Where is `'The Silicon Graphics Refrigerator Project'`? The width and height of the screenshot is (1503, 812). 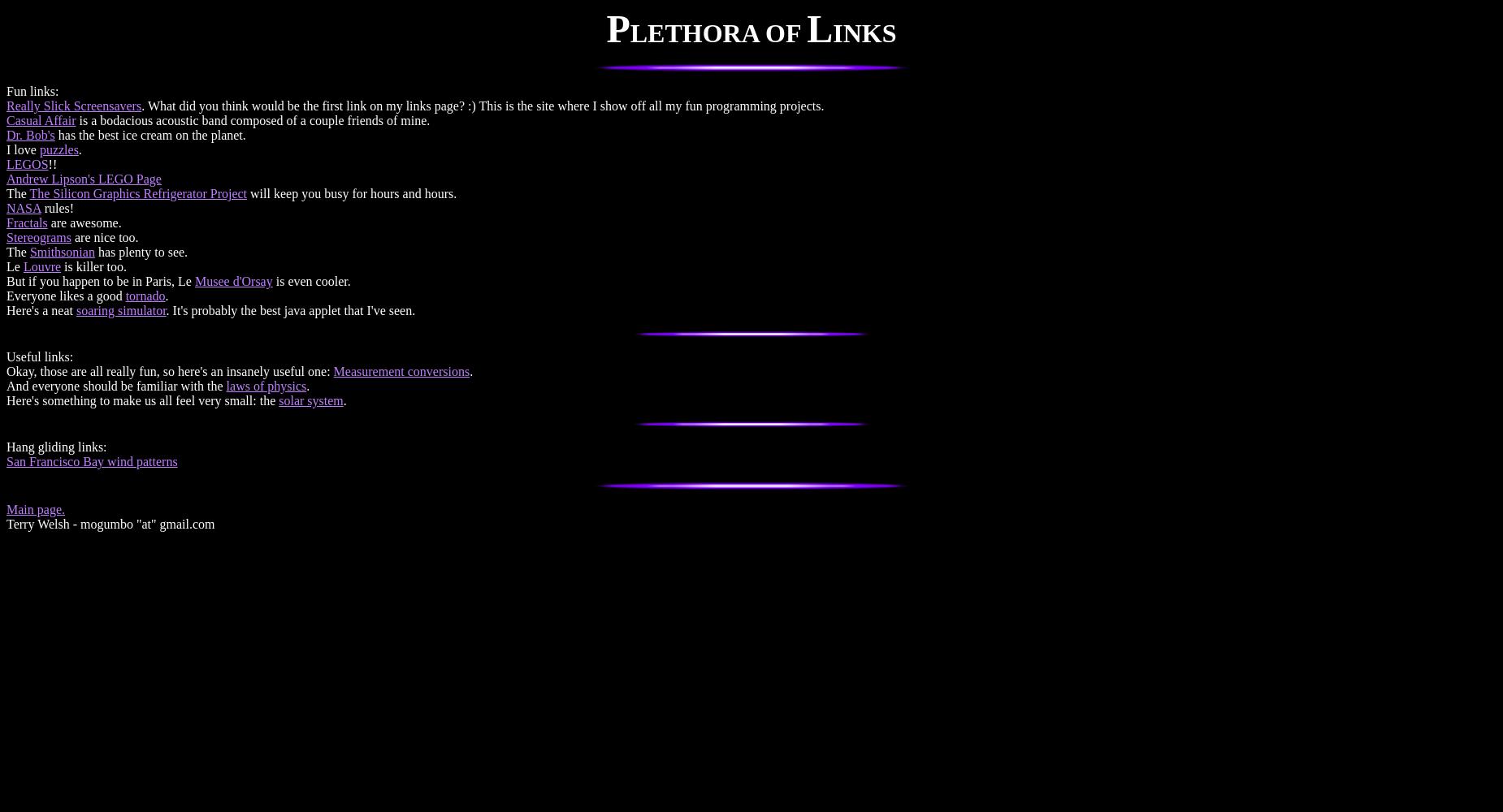
'The Silicon Graphics Refrigerator Project' is located at coordinates (137, 192).